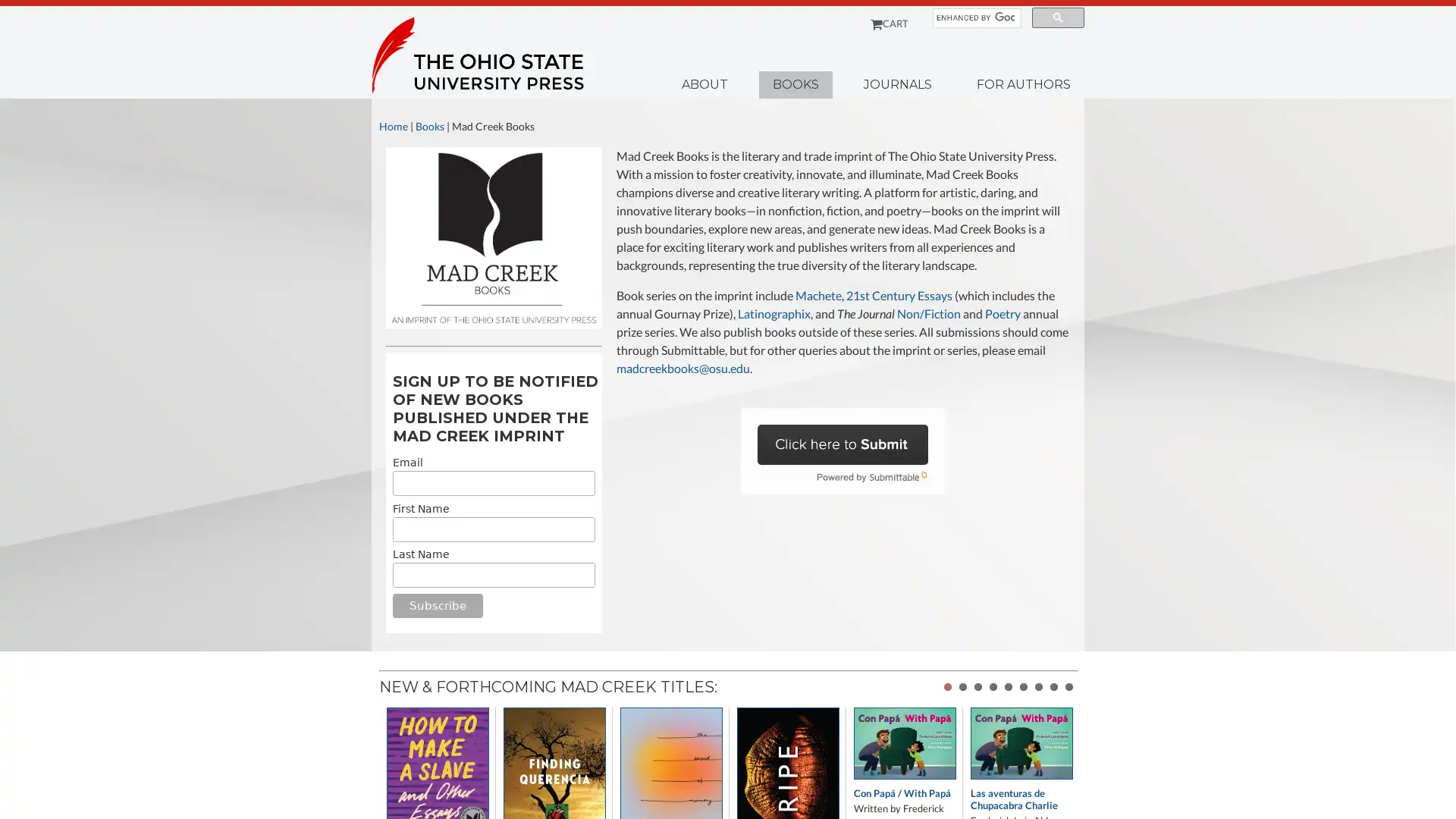 The image size is (1456, 819). What do you see at coordinates (993, 687) in the screenshot?
I see `4` at bounding box center [993, 687].